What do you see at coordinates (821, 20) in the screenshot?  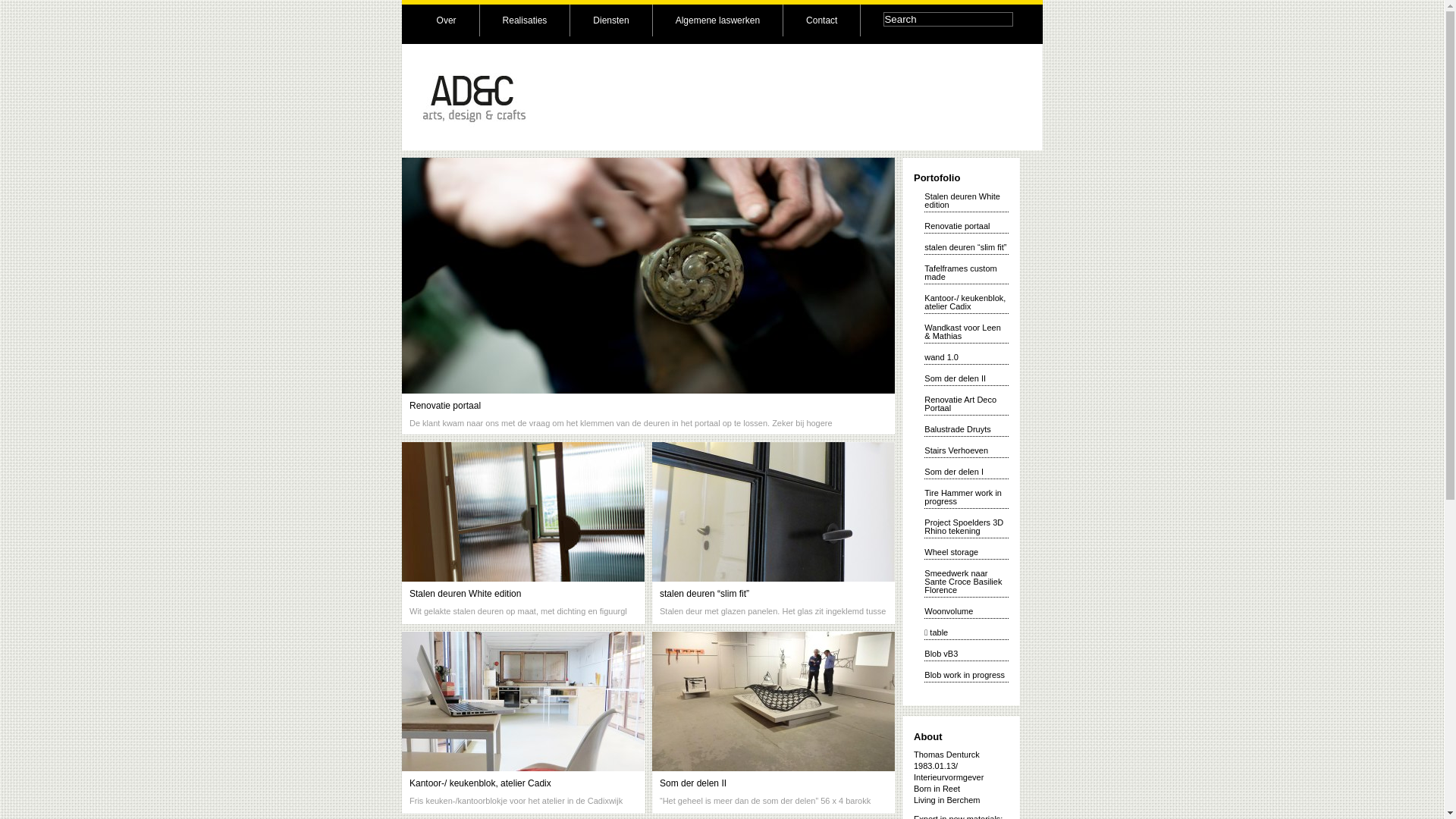 I see `'Contact'` at bounding box center [821, 20].